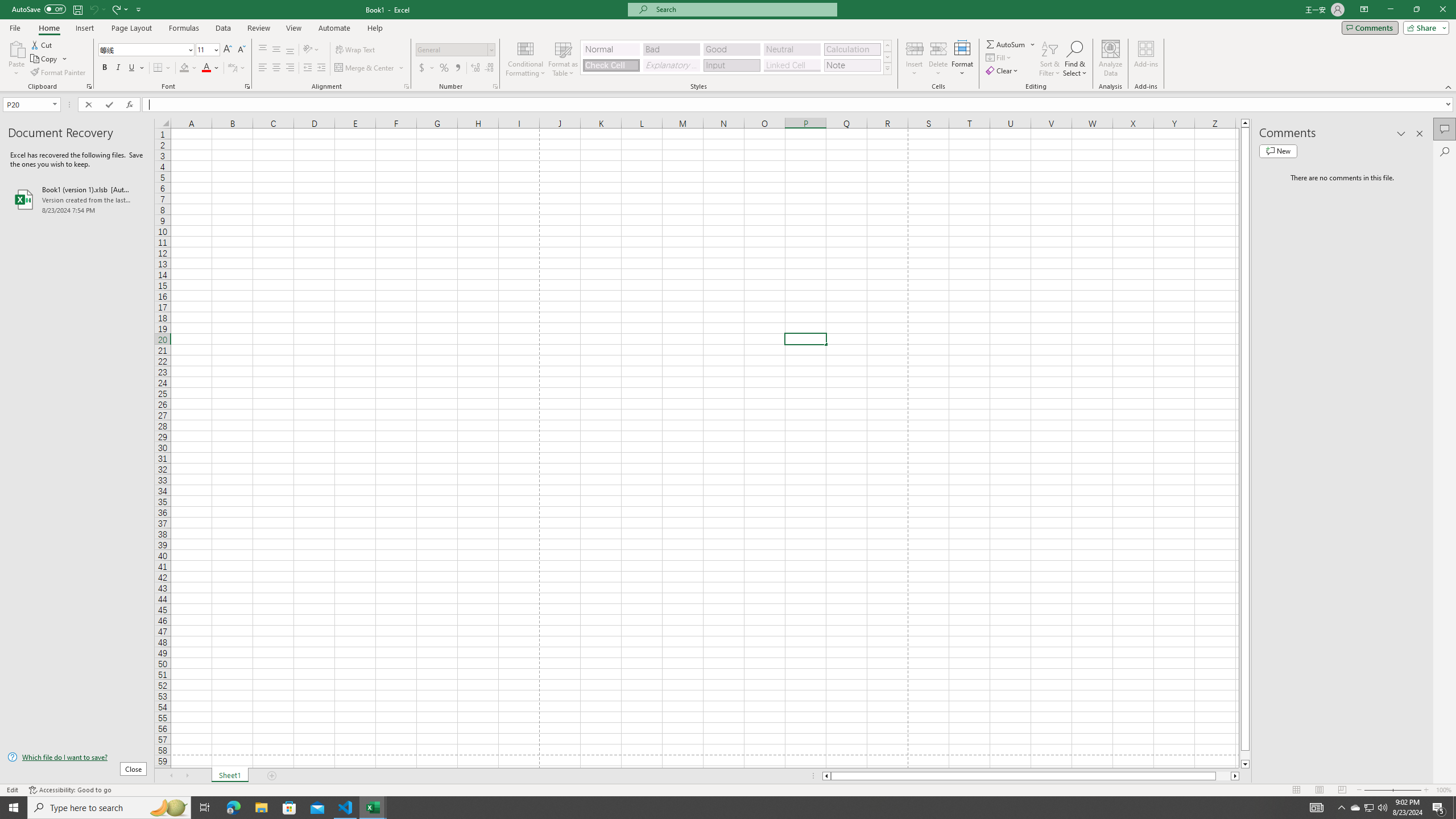 This screenshot has width=1456, height=819. What do you see at coordinates (273, 775) in the screenshot?
I see `'Add Sheet'` at bounding box center [273, 775].